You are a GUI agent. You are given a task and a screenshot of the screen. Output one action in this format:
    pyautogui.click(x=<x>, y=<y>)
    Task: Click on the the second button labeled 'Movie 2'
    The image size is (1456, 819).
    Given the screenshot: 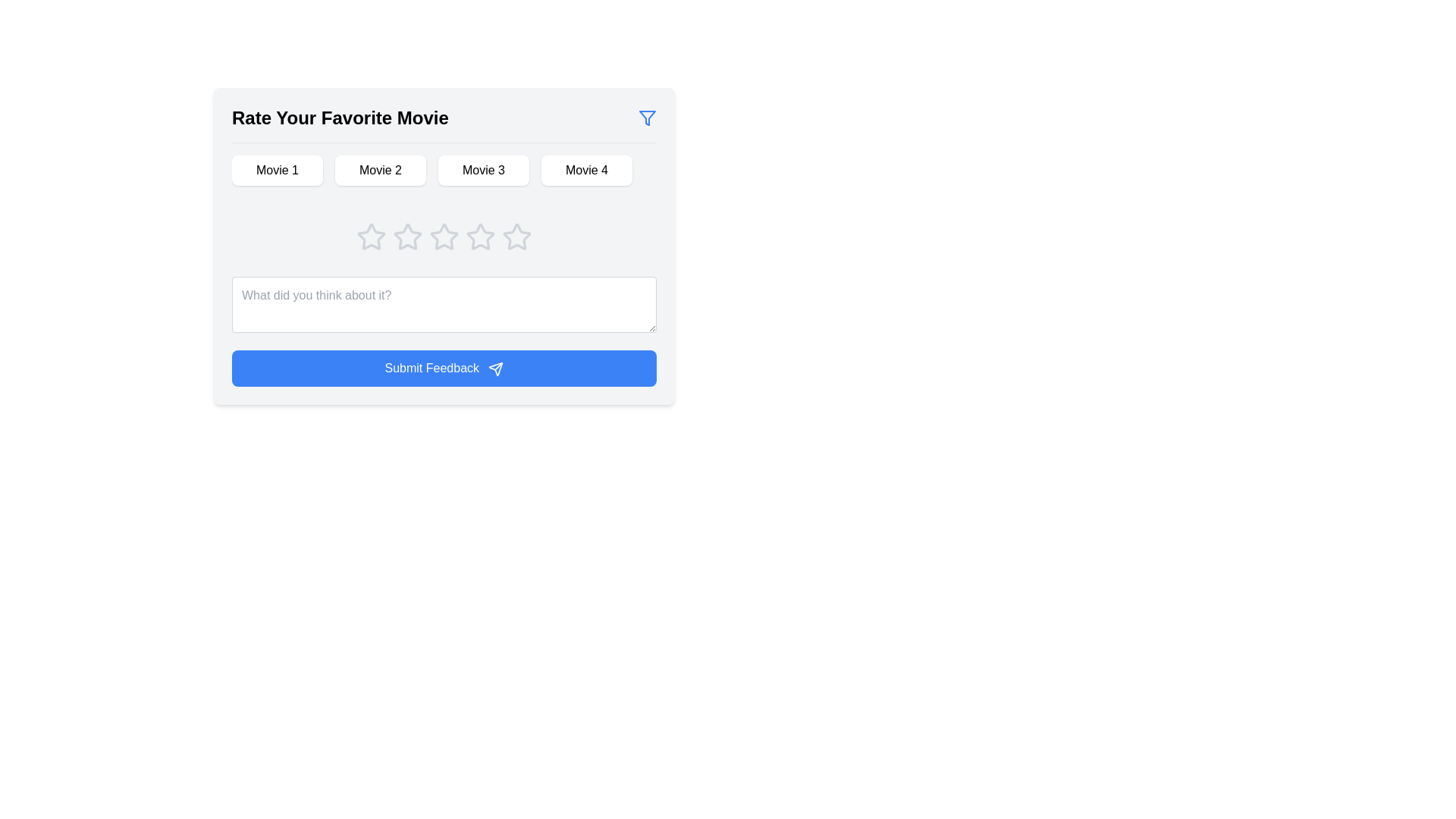 What is the action you would take?
    pyautogui.click(x=381, y=170)
    